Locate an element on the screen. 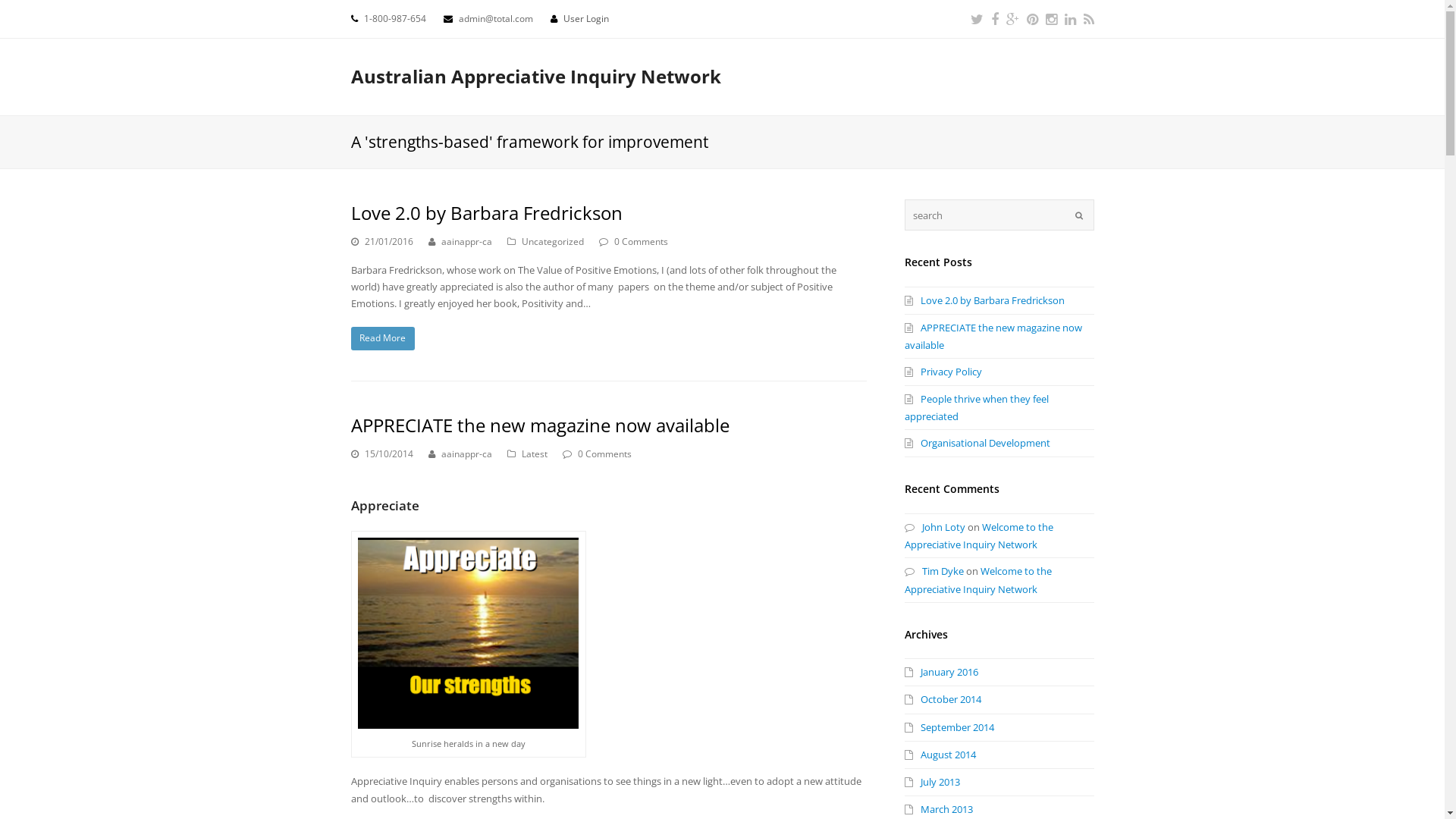 This screenshot has height=819, width=1456. 'Organisational Development' is located at coordinates (976, 442).